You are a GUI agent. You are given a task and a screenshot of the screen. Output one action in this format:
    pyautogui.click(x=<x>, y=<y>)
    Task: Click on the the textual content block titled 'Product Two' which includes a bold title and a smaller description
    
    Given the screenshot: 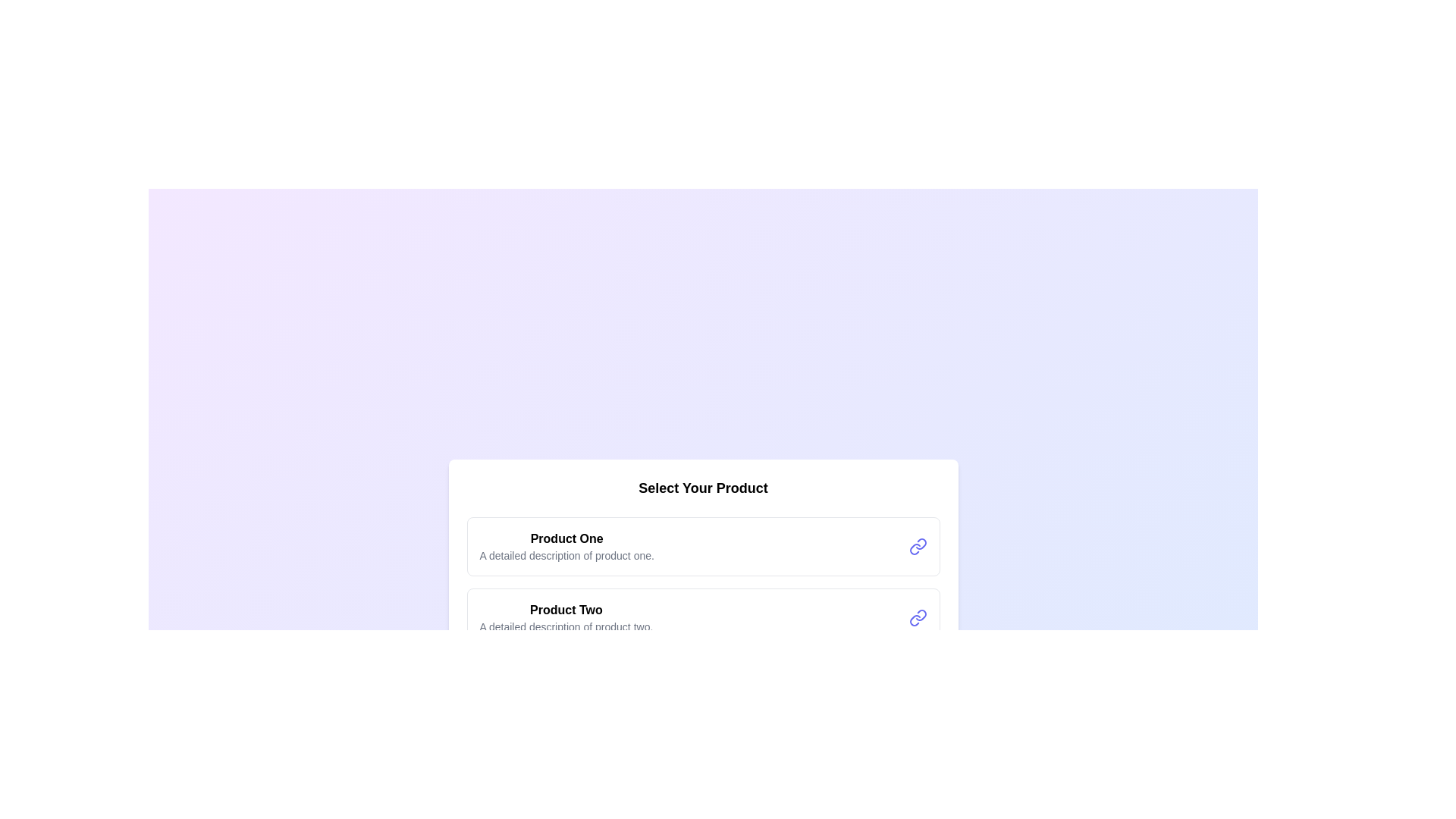 What is the action you would take?
    pyautogui.click(x=565, y=617)
    